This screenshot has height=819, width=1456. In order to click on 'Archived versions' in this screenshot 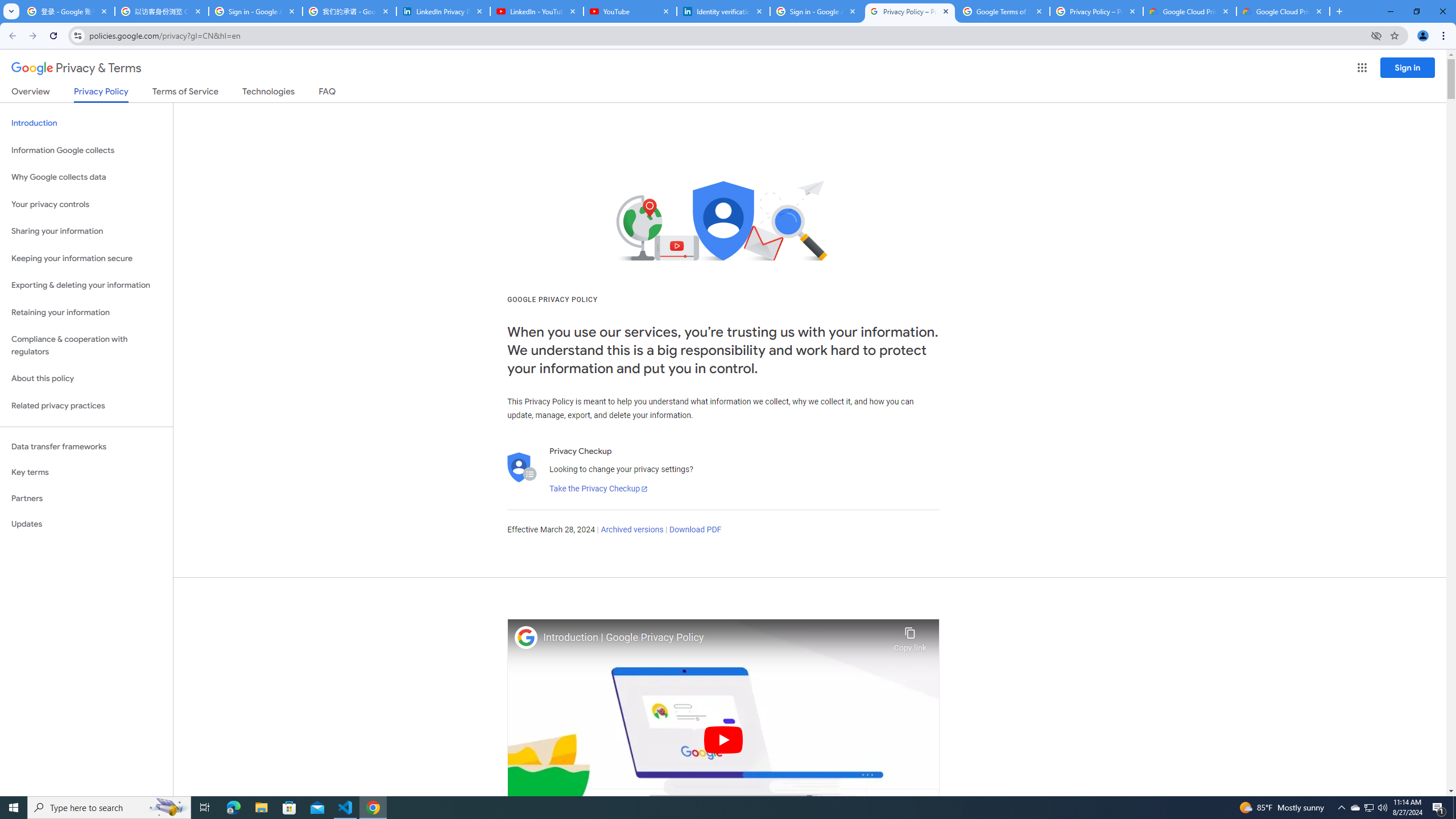, I will do `click(631, 529)`.